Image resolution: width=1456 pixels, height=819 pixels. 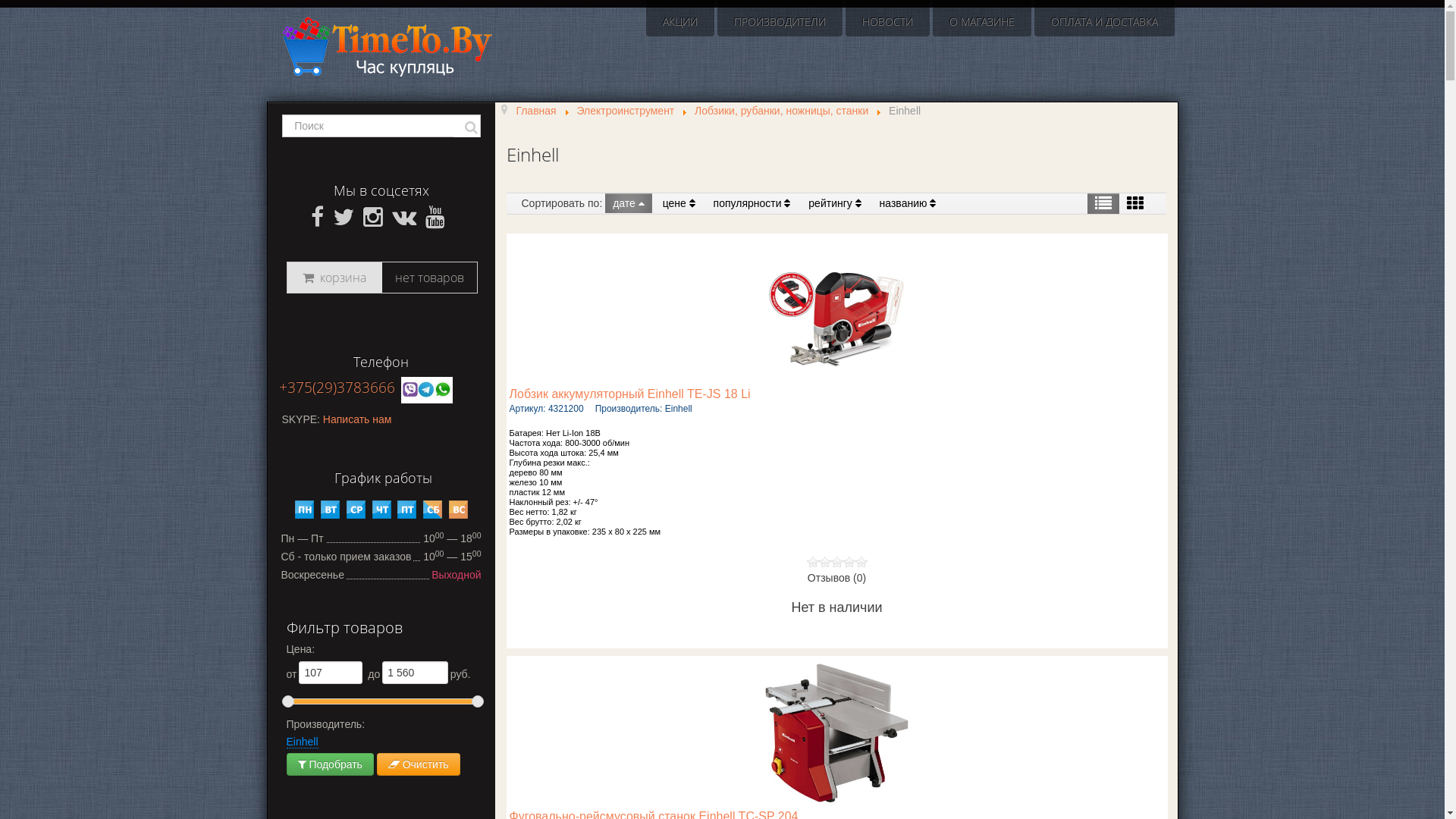 What do you see at coordinates (336, 386) in the screenshot?
I see `'+375(29)3783666'` at bounding box center [336, 386].